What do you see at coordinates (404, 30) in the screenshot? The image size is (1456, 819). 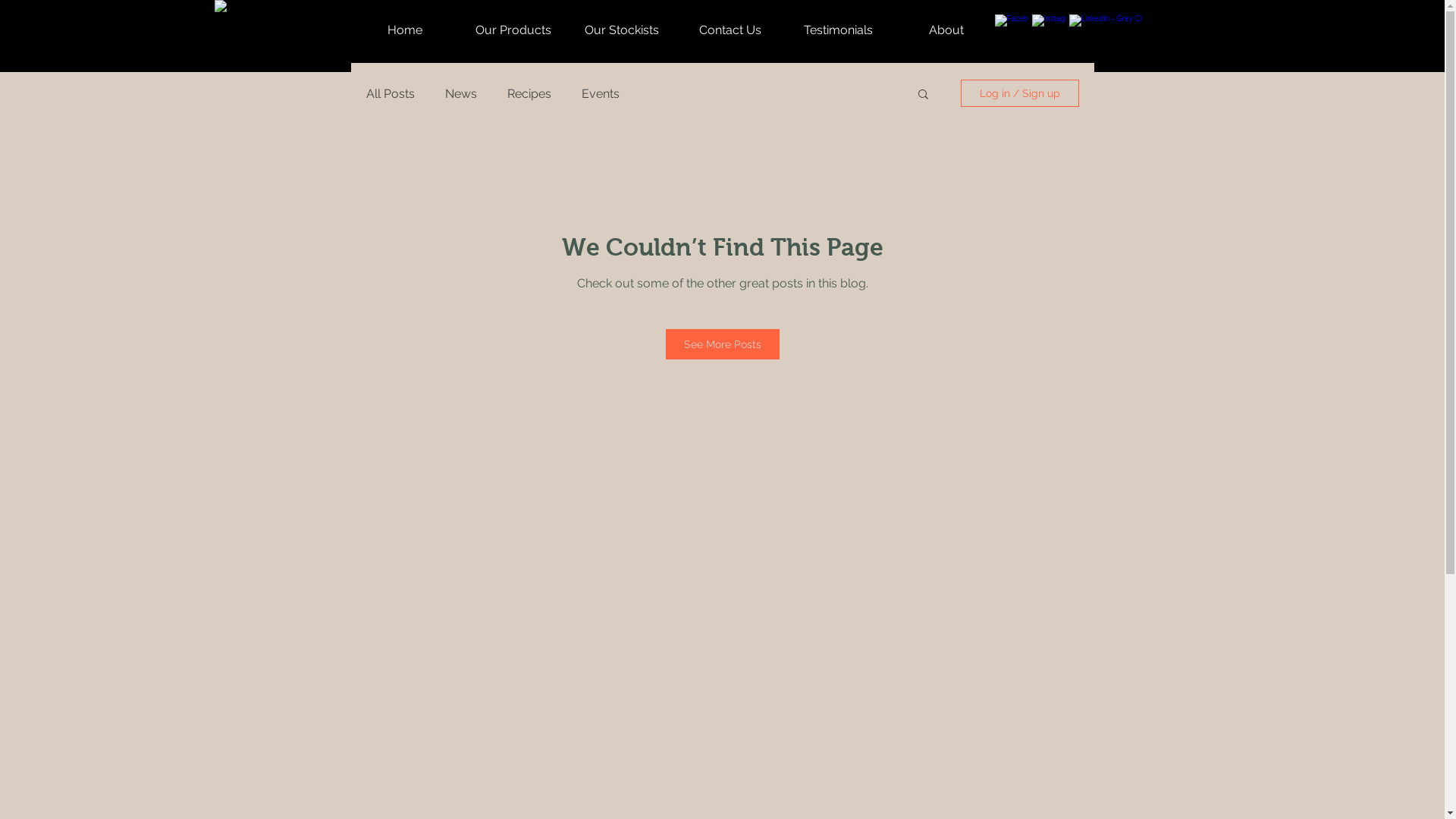 I see `'Home'` at bounding box center [404, 30].